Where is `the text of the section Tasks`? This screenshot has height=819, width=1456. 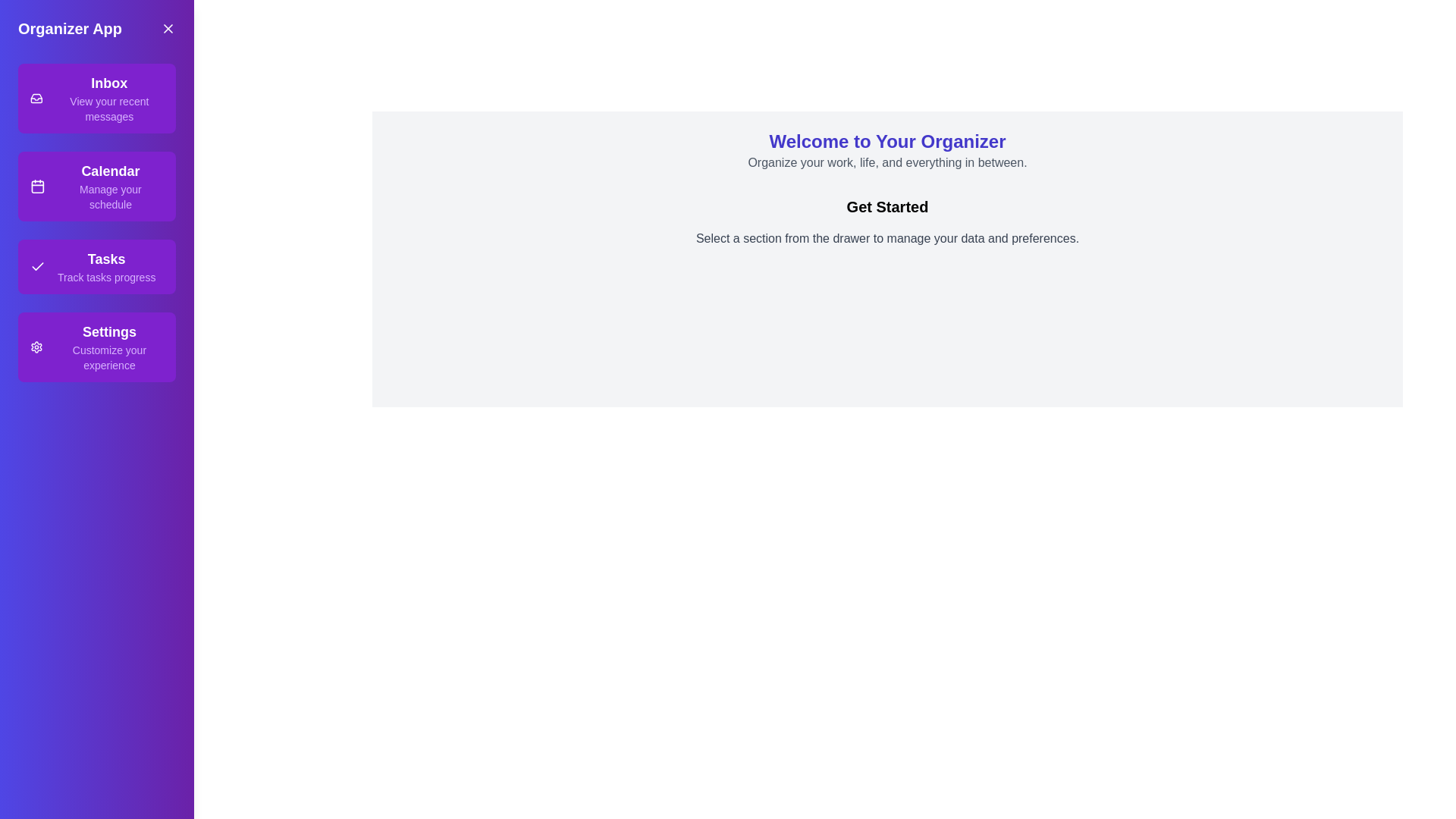
the text of the section Tasks is located at coordinates (96, 265).